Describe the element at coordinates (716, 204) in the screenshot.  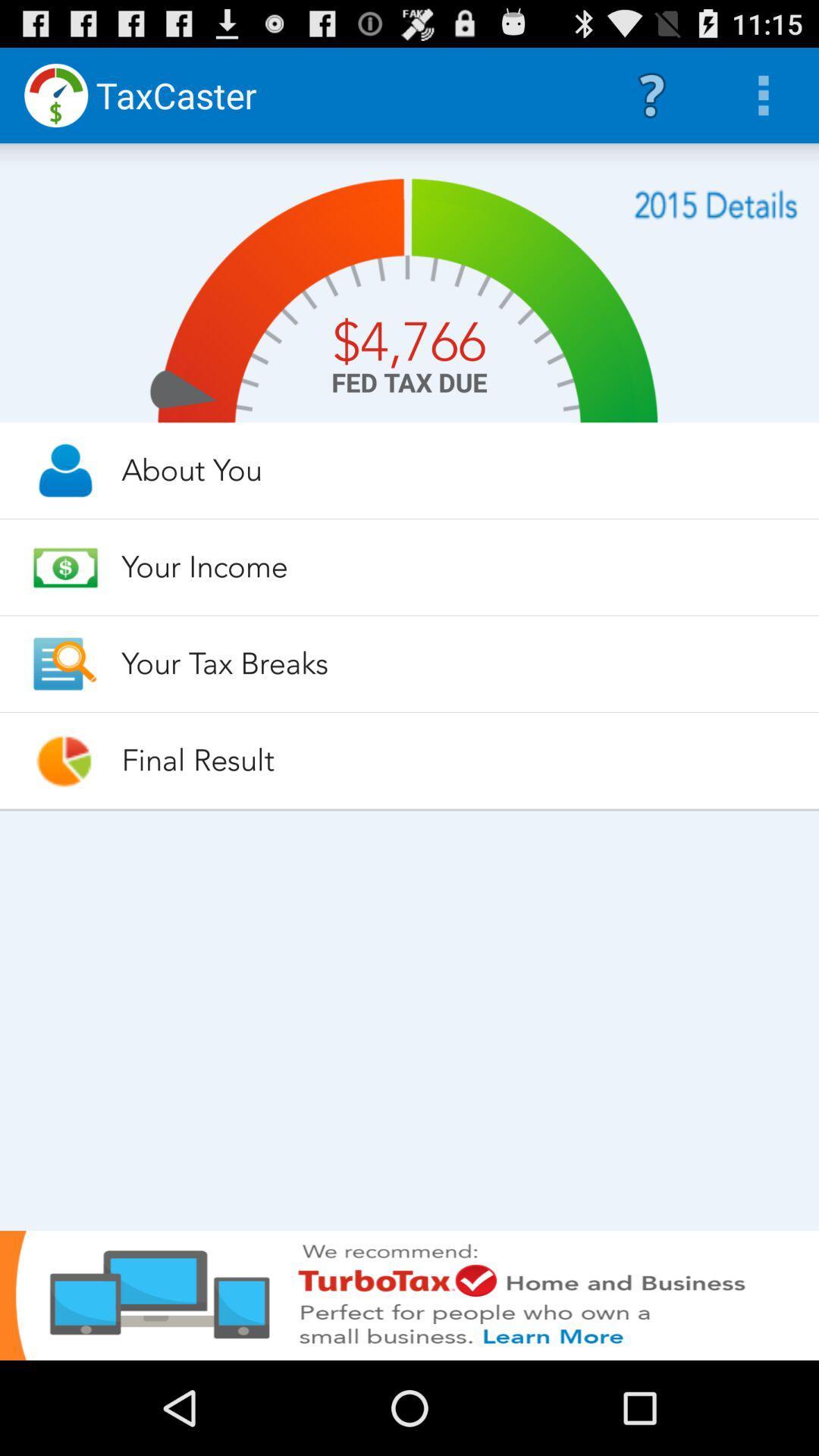
I see `the app above the about you` at that location.